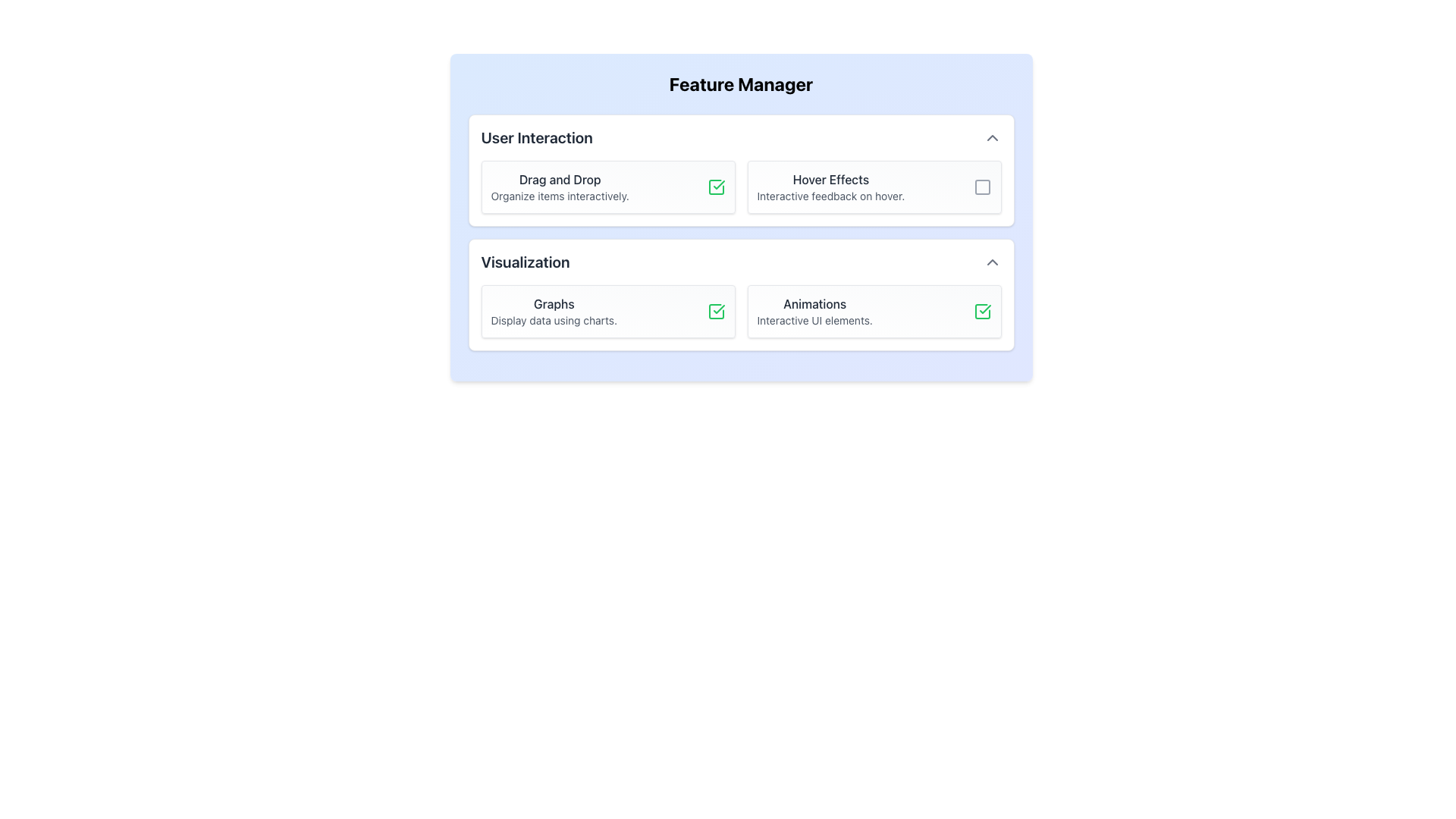 The width and height of the screenshot is (1456, 819). Describe the element at coordinates (992, 137) in the screenshot. I see `the button located in the top-right corner of the 'User Interaction' section` at that location.